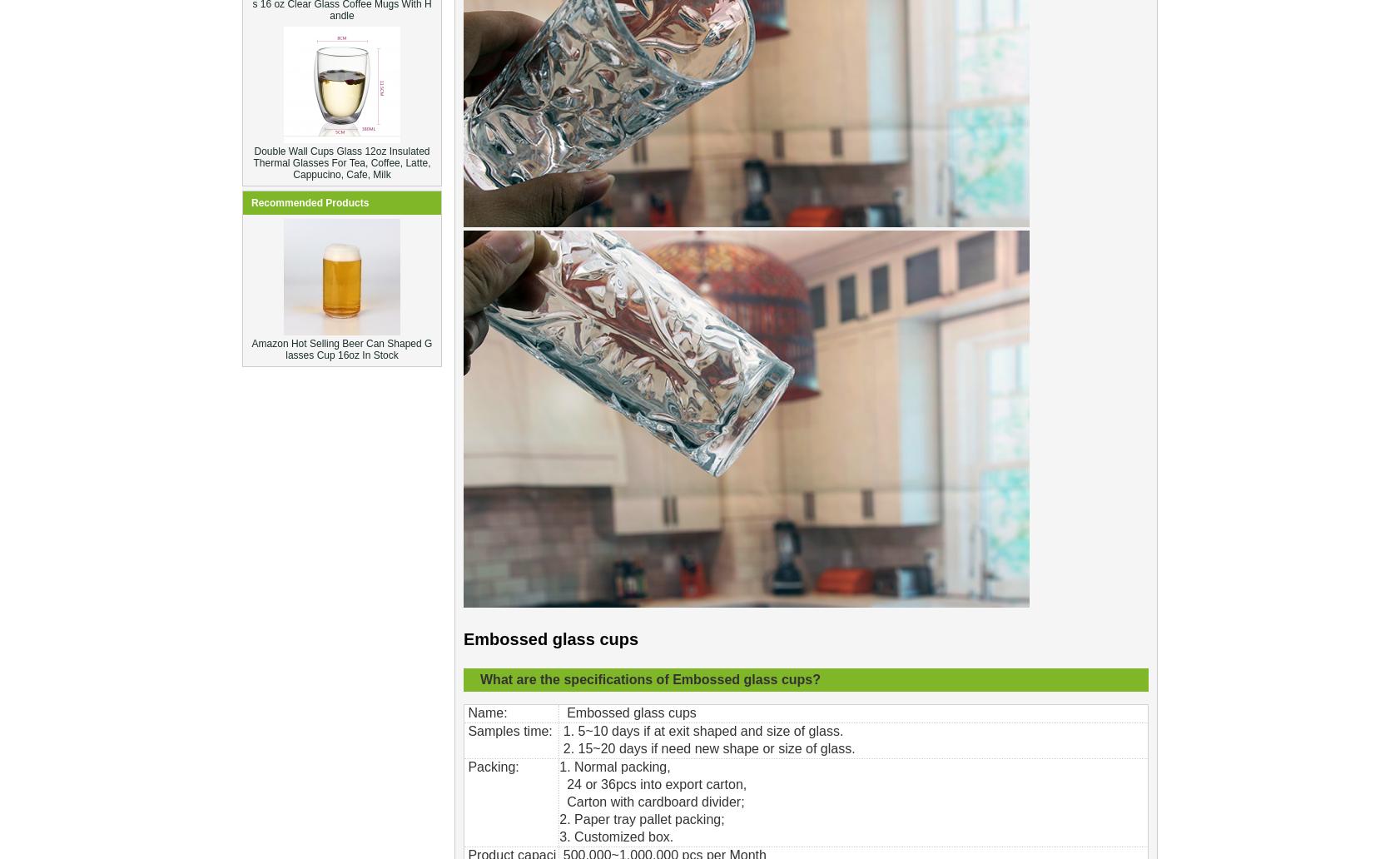  Describe the element at coordinates (651, 801) in the screenshot. I see `'Carton with cardboard divider;'` at that location.